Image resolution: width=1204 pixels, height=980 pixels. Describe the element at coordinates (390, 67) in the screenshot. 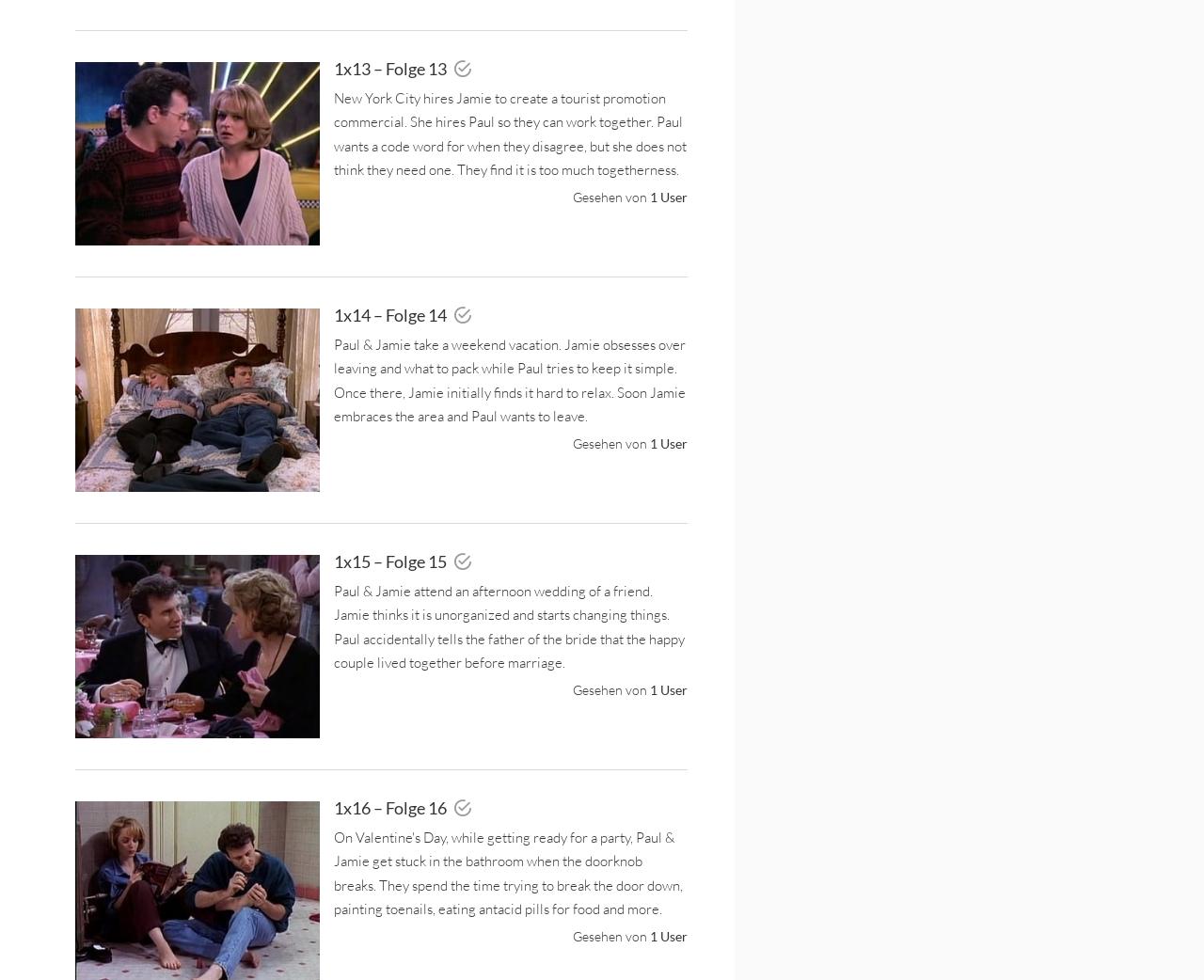

I see `'1x13 – Folge 13'` at that location.